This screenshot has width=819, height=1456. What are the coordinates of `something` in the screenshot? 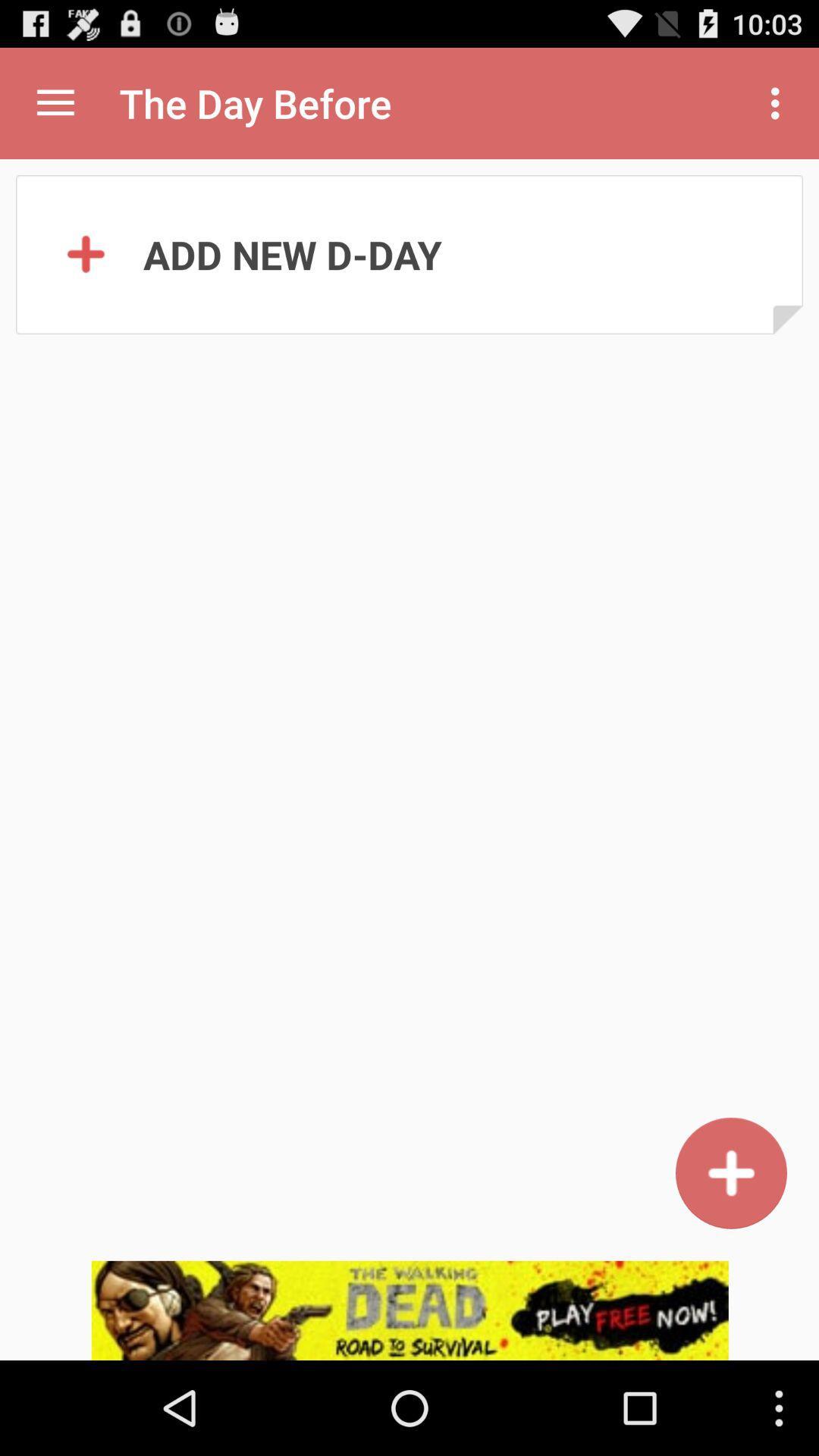 It's located at (730, 1172).